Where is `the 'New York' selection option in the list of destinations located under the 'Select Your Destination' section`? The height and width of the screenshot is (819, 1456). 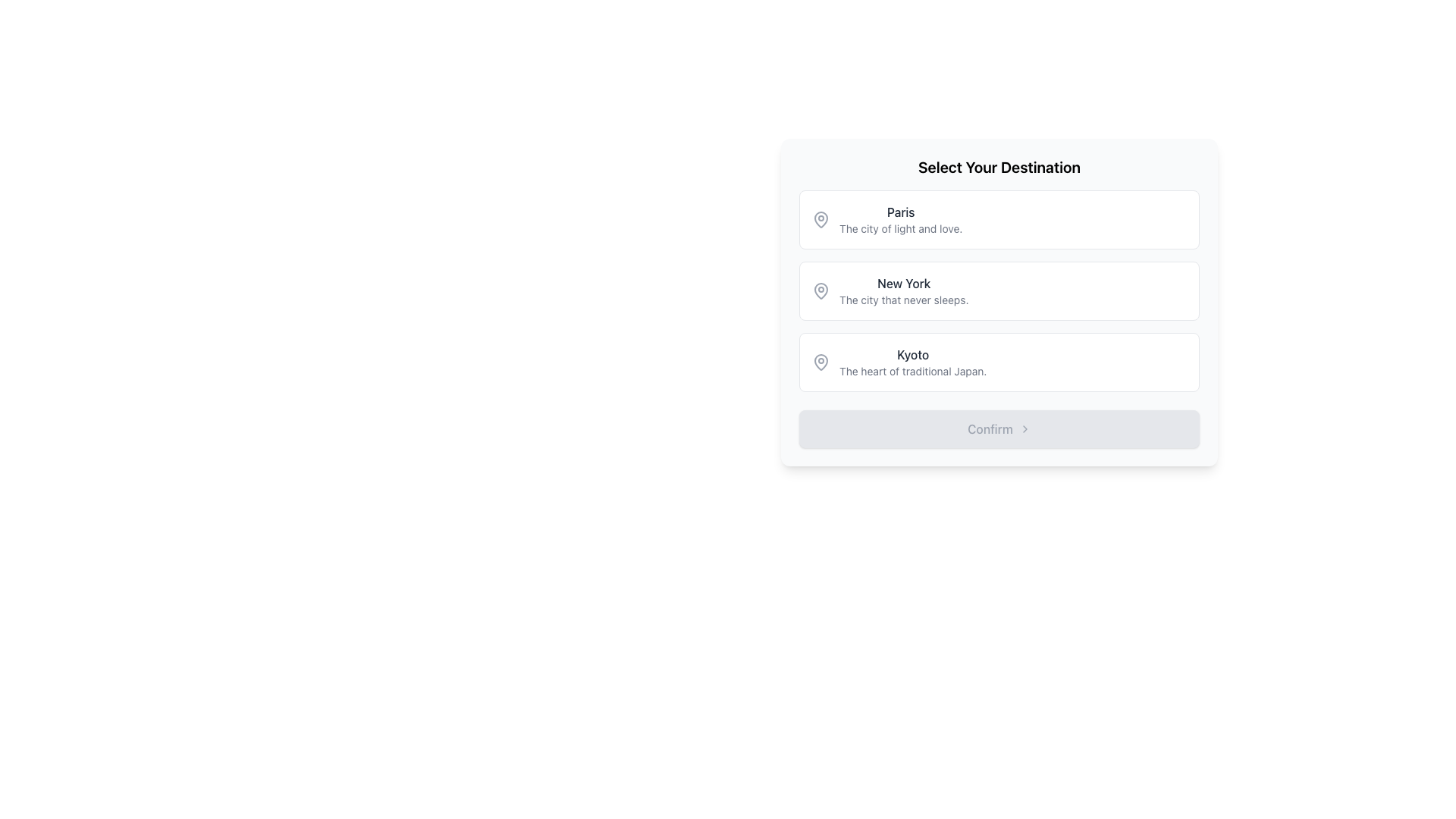 the 'New York' selection option in the list of destinations located under the 'Select Your Destination' section is located at coordinates (904, 291).